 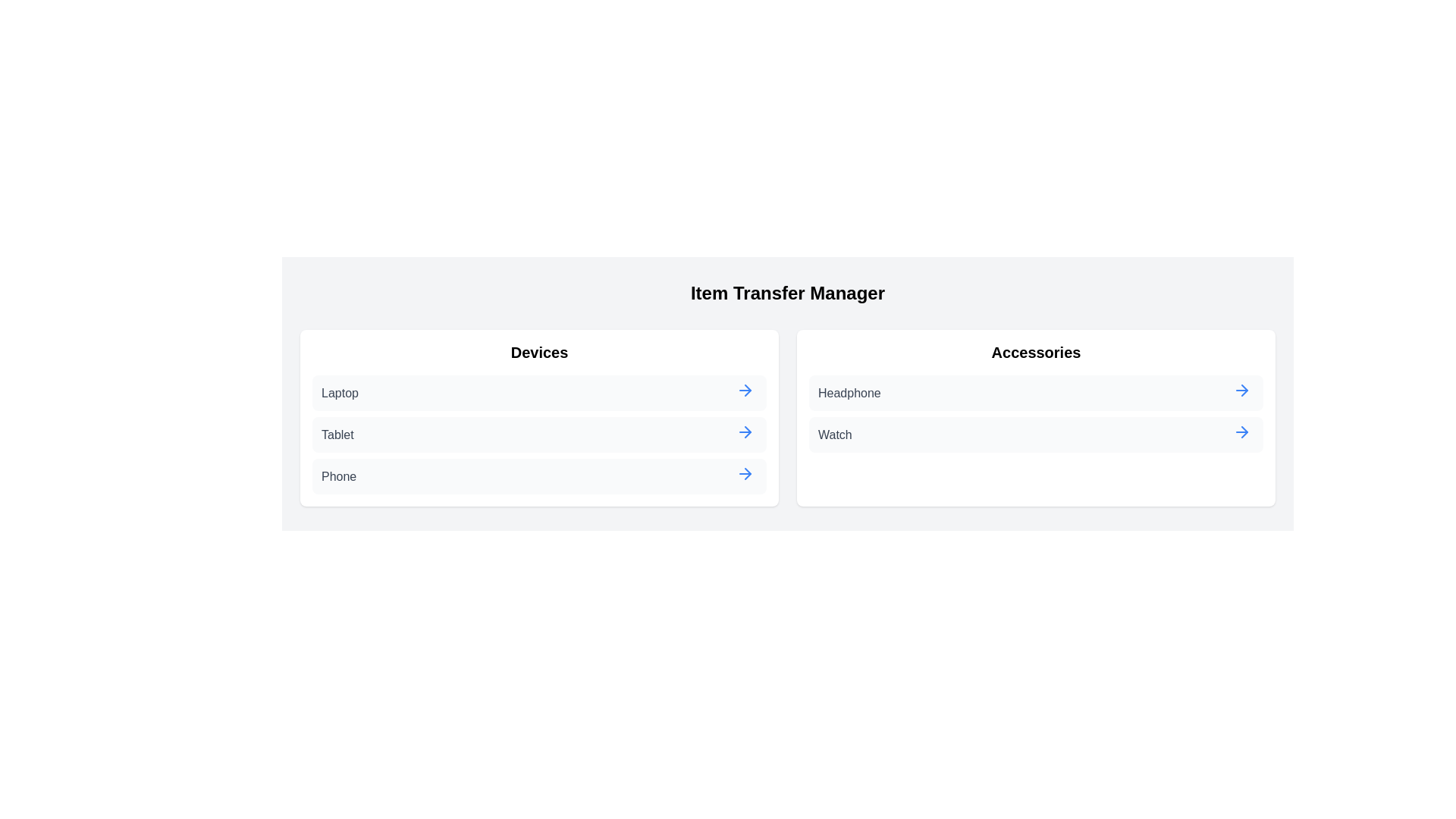 What do you see at coordinates (745, 472) in the screenshot?
I see `arrow button next to the item Phone in the category Devices to transfer it to the other category` at bounding box center [745, 472].